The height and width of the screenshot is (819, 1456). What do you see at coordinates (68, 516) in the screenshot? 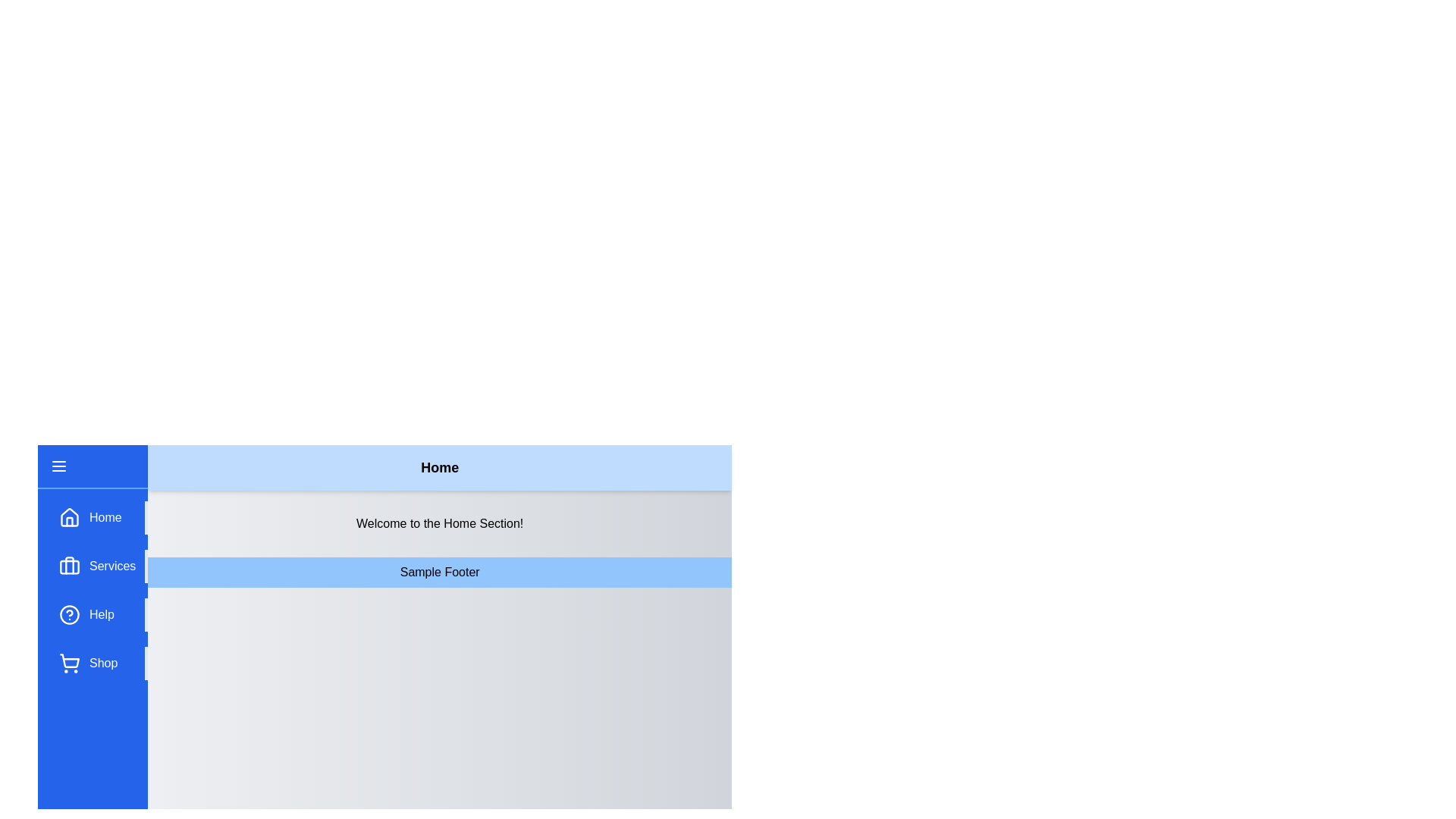
I see `the blue house icon located at the top of the left sidebar` at bounding box center [68, 516].